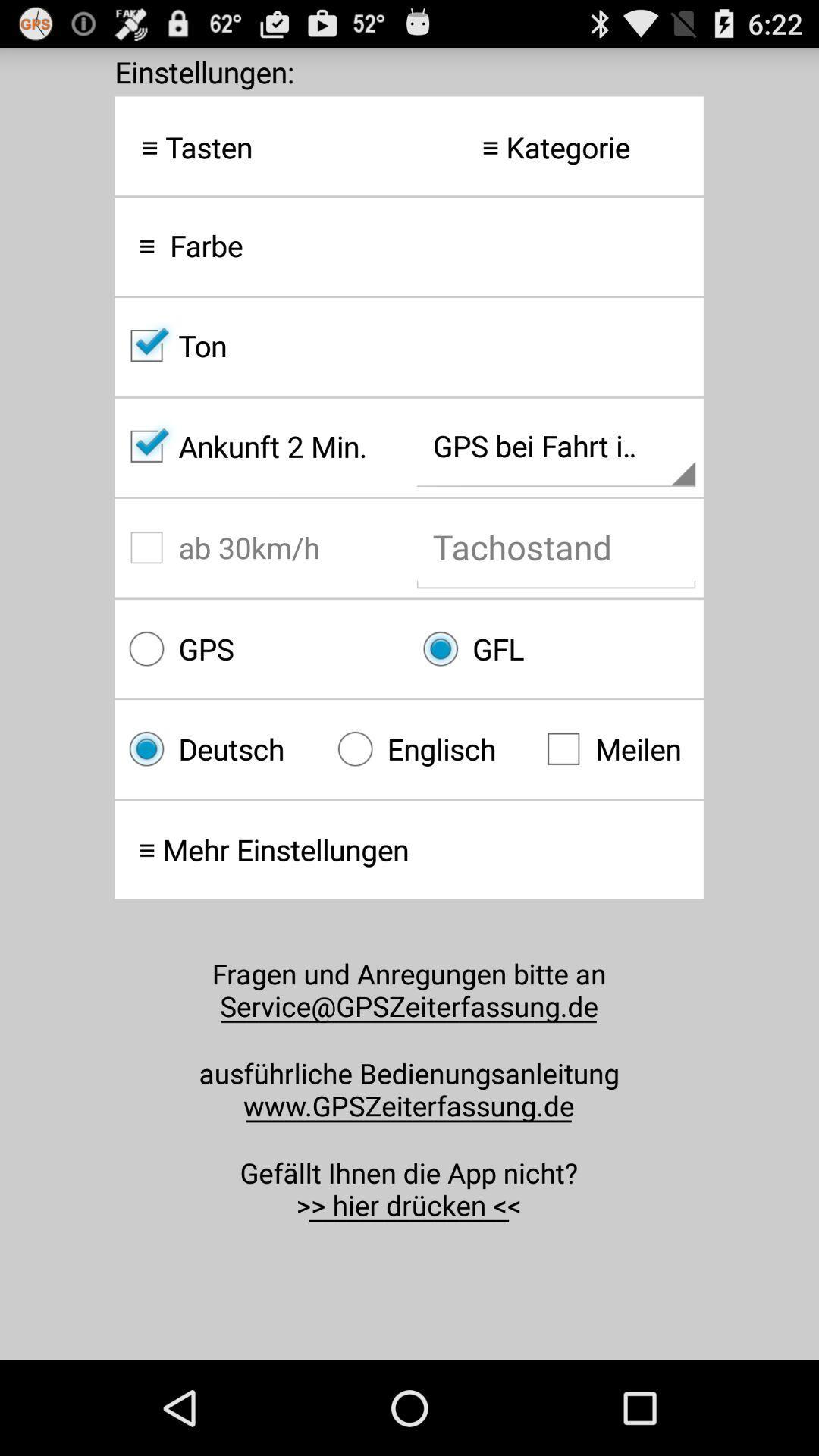 The width and height of the screenshot is (819, 1456). What do you see at coordinates (261, 547) in the screenshot?
I see `the icon above gps radio button` at bounding box center [261, 547].